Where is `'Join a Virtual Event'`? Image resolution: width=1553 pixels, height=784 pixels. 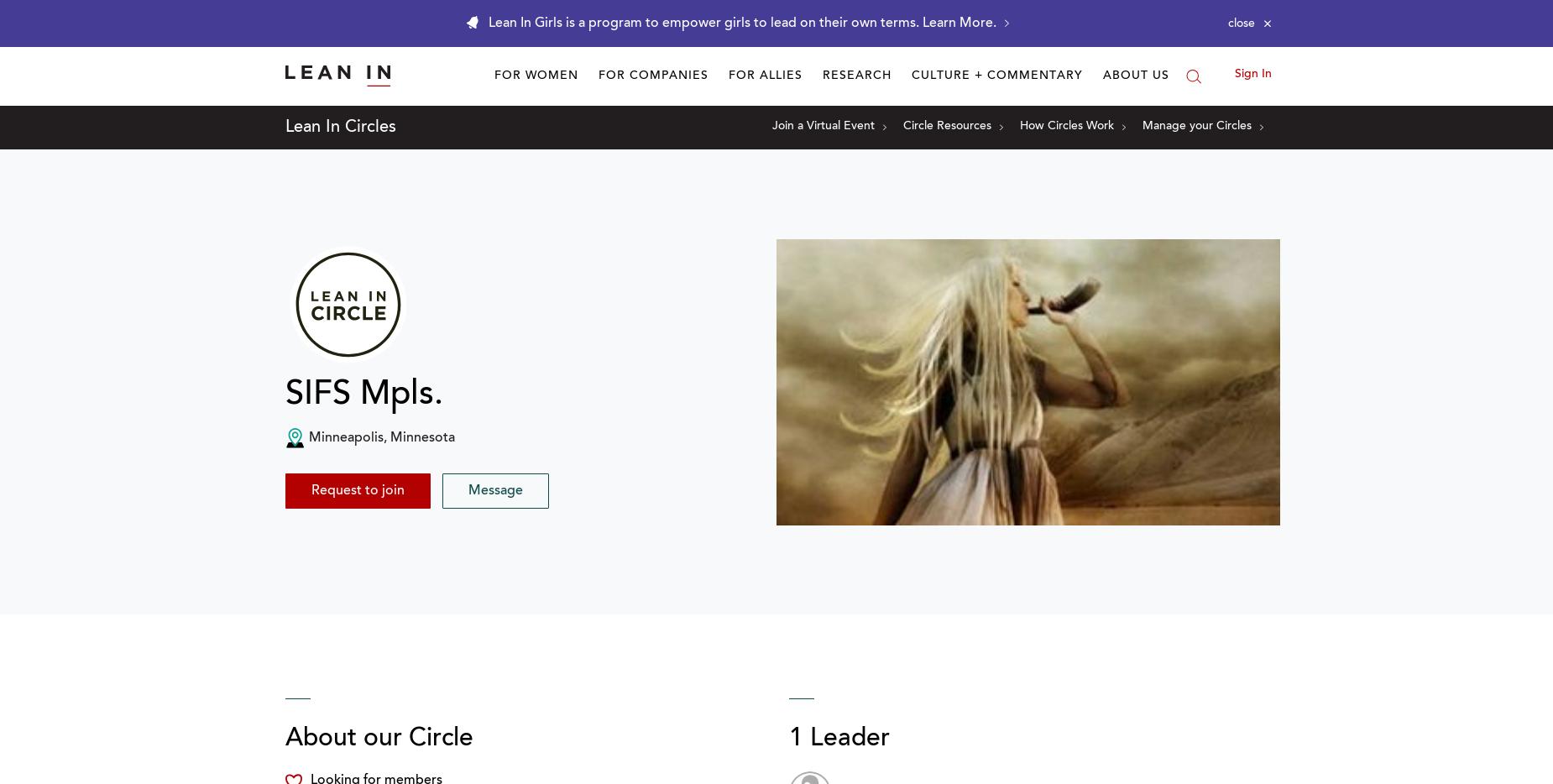
'Join a Virtual Event' is located at coordinates (823, 127).